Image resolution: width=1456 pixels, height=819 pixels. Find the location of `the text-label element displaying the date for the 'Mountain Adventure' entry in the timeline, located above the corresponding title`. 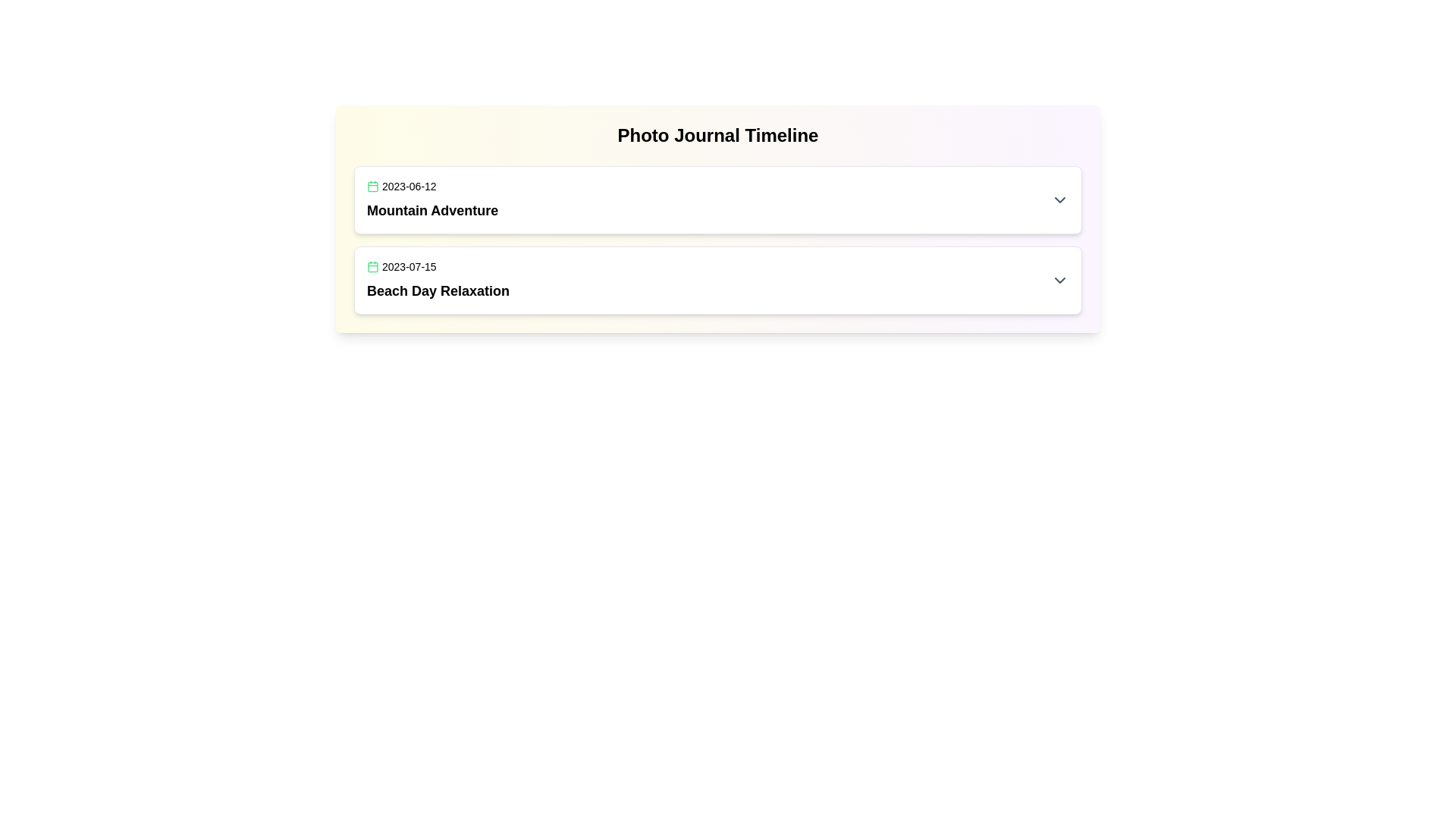

the text-label element displaying the date for the 'Mountain Adventure' entry in the timeline, located above the corresponding title is located at coordinates (431, 186).